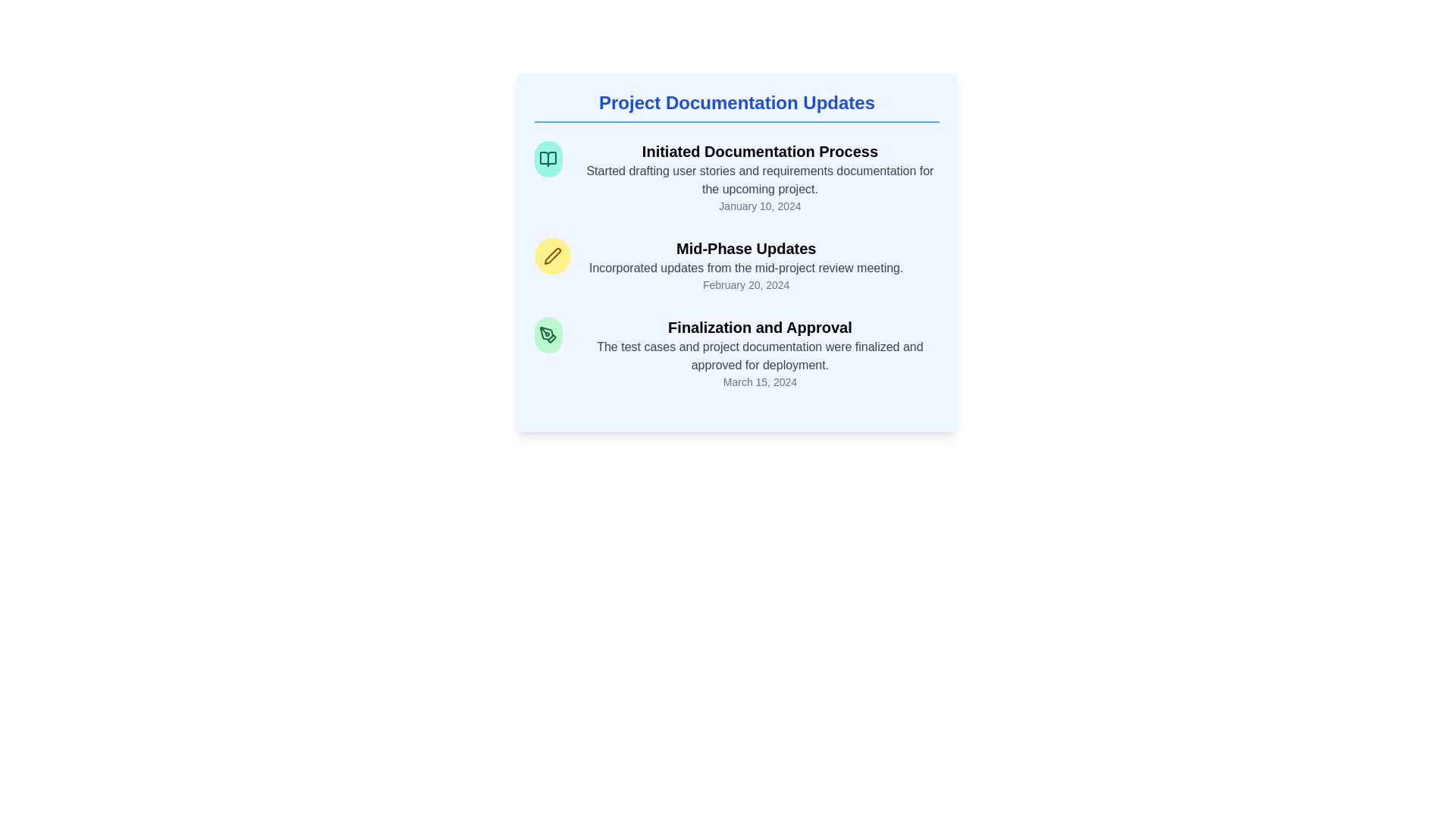 This screenshot has height=819, width=1456. Describe the element at coordinates (548, 158) in the screenshot. I see `the decorative icon representing the 'Initiated Documentation Process' phase located at the top-left corner of the teal circle` at that location.